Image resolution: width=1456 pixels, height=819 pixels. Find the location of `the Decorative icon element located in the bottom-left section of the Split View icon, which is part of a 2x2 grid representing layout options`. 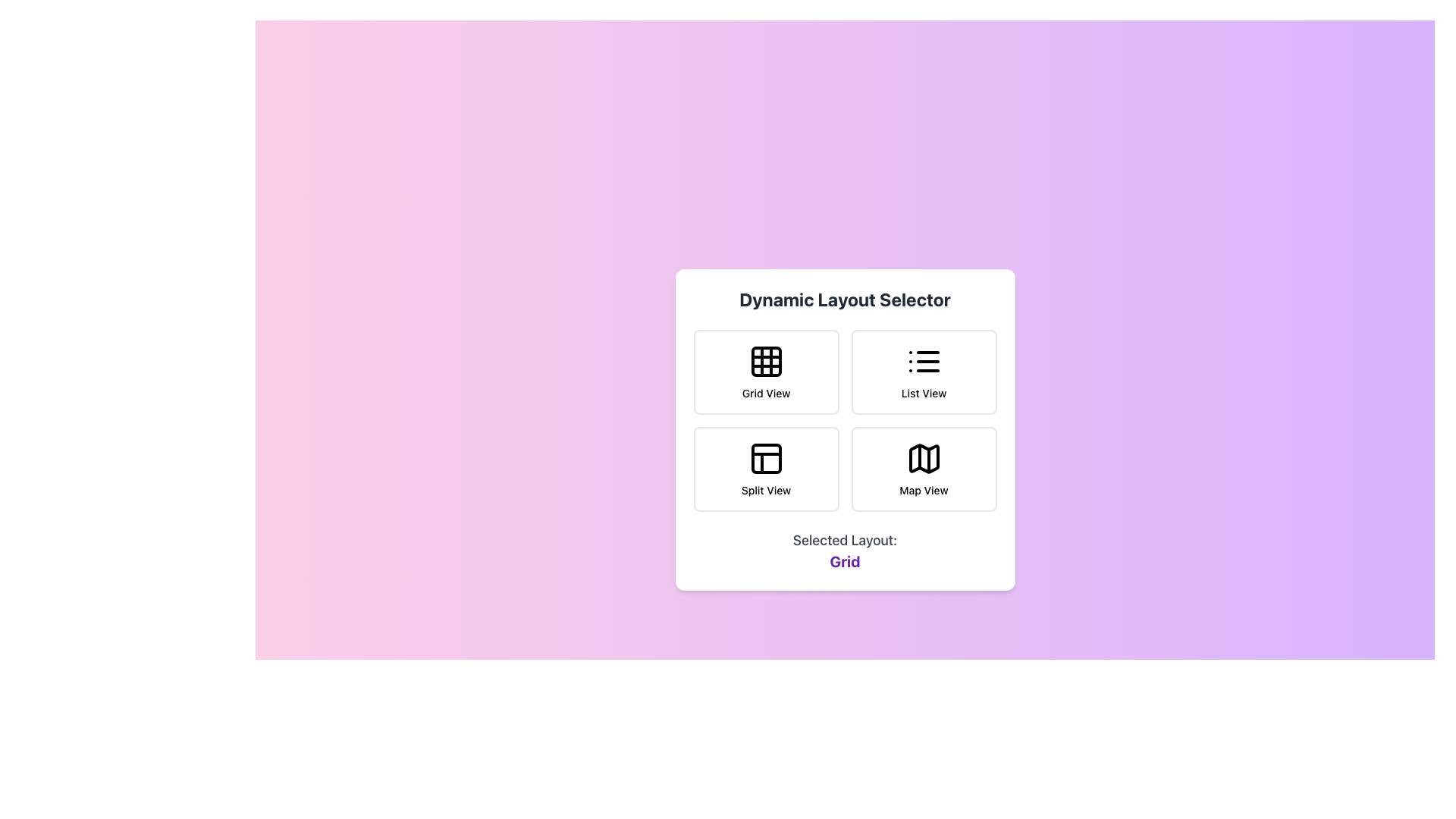

the Decorative icon element located in the bottom-left section of the Split View icon, which is part of a 2x2 grid representing layout options is located at coordinates (766, 458).